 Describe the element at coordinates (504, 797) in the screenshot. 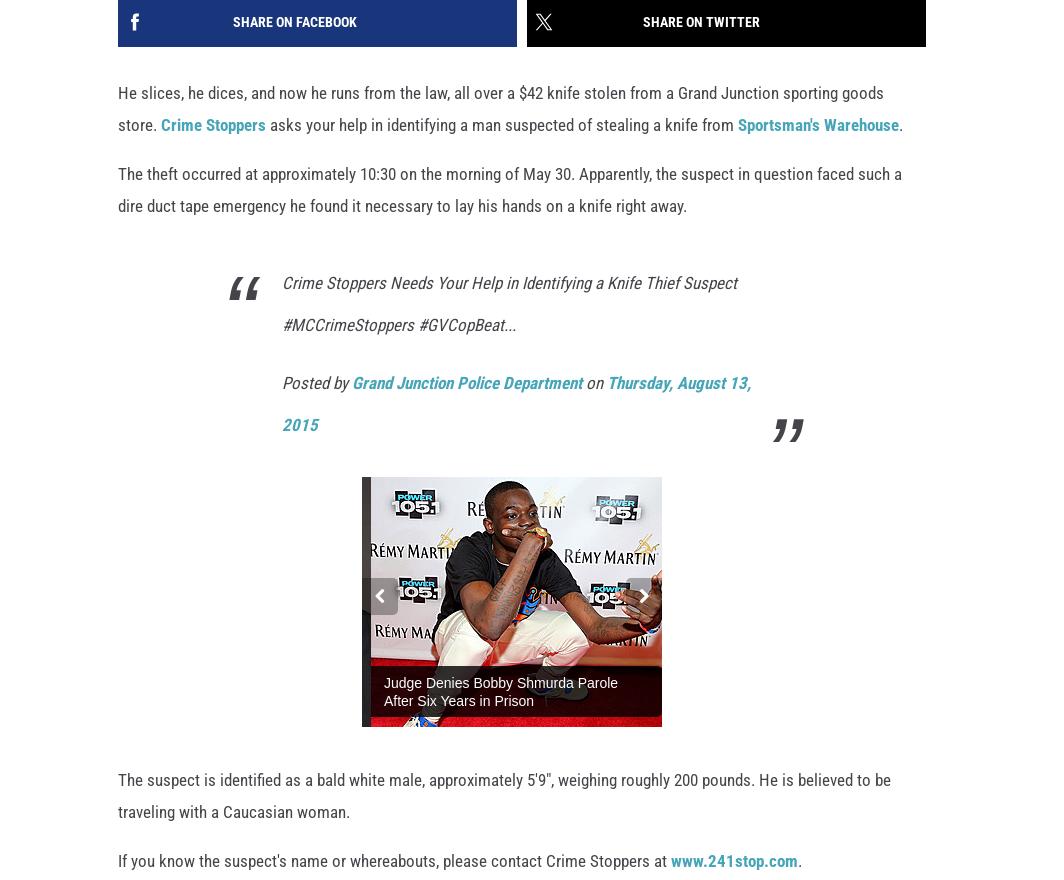

I see `'The suspect is identified as a bald white male, approximately 5'9", weighing roughly 200 pounds. He is believed to be traveling with a Caucasian woman.'` at that location.